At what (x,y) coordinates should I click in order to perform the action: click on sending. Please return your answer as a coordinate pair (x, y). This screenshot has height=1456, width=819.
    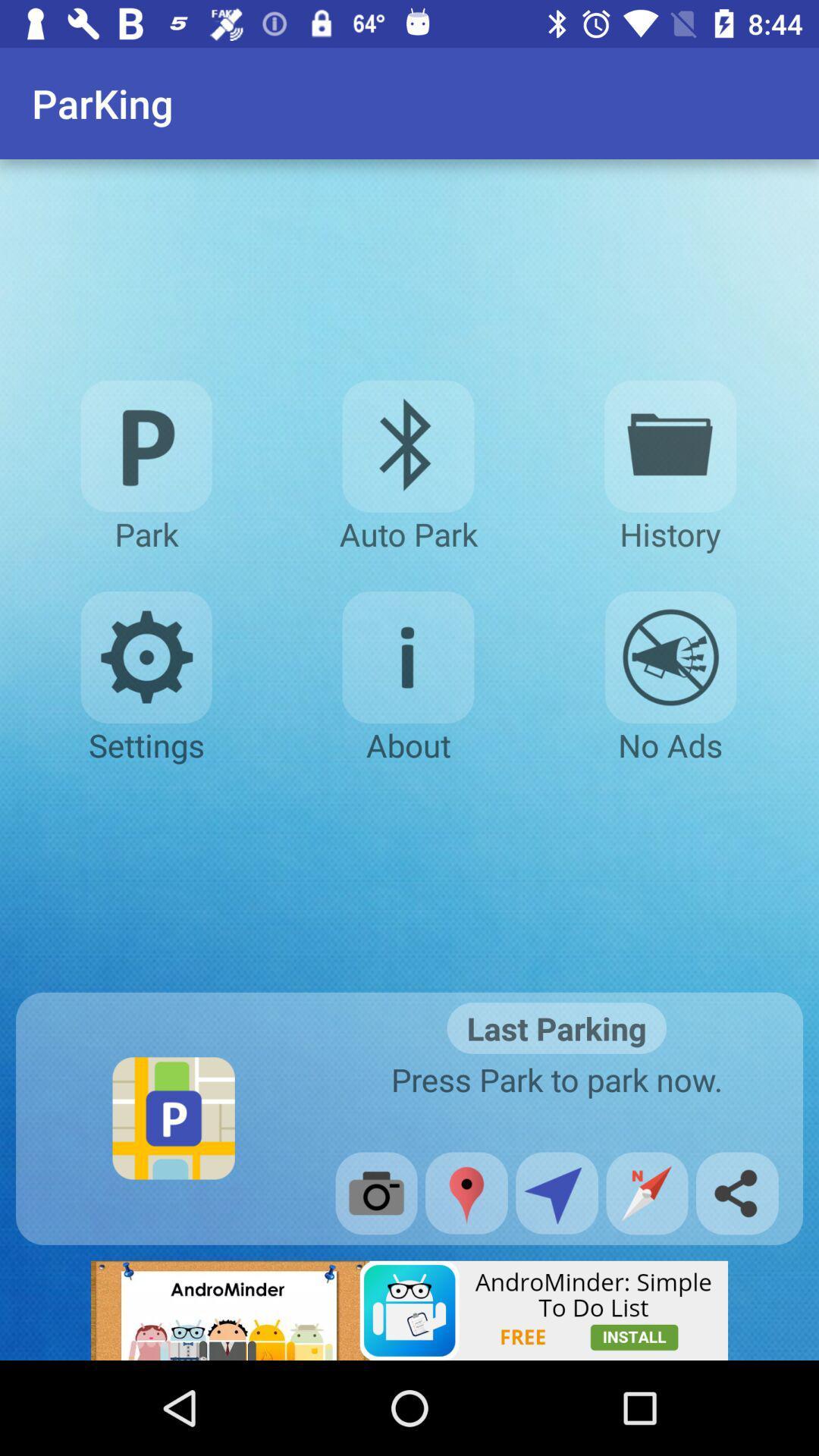
    Looking at the image, I should click on (557, 1192).